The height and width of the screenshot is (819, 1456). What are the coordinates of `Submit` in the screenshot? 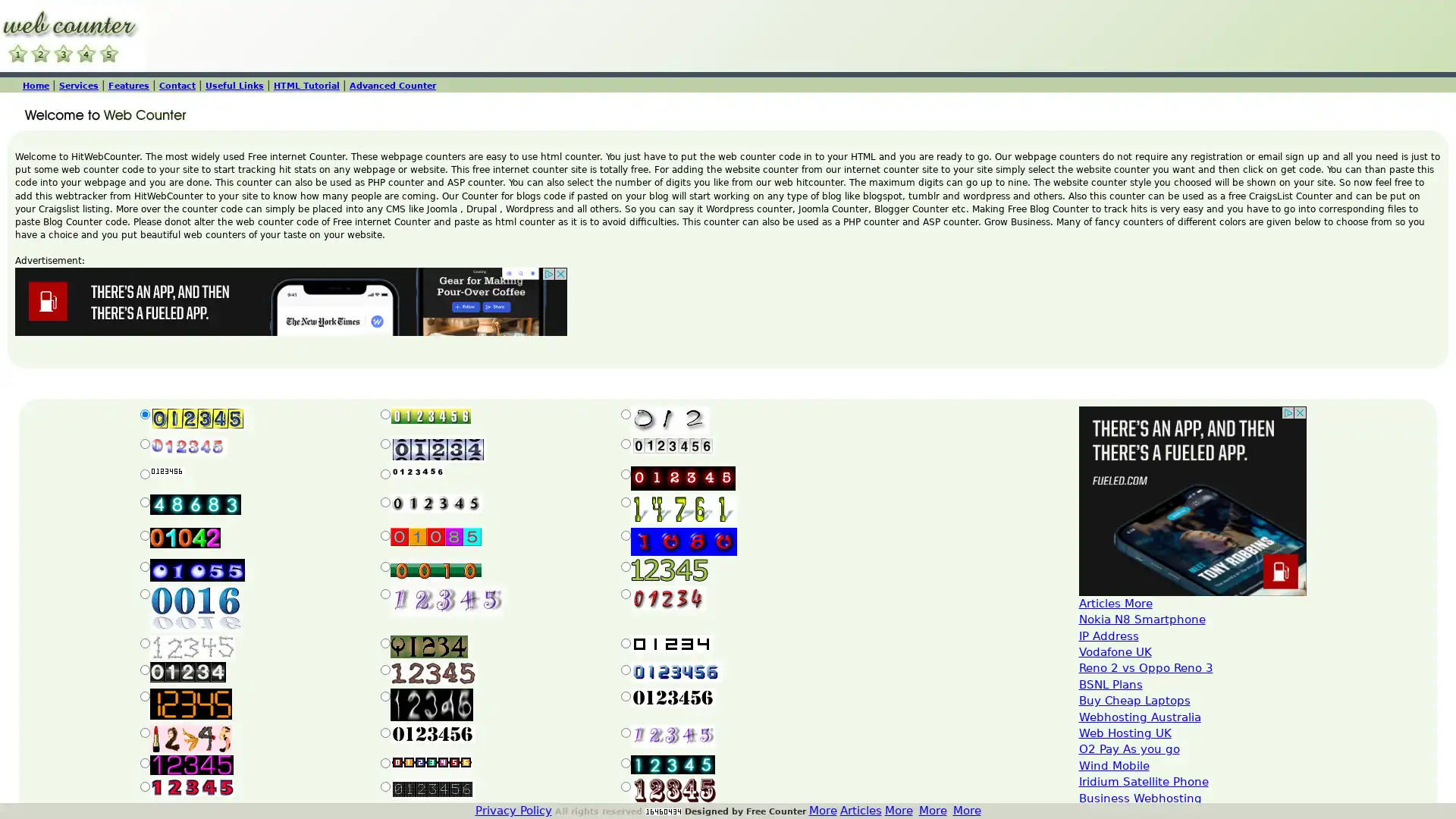 It's located at (192, 786).